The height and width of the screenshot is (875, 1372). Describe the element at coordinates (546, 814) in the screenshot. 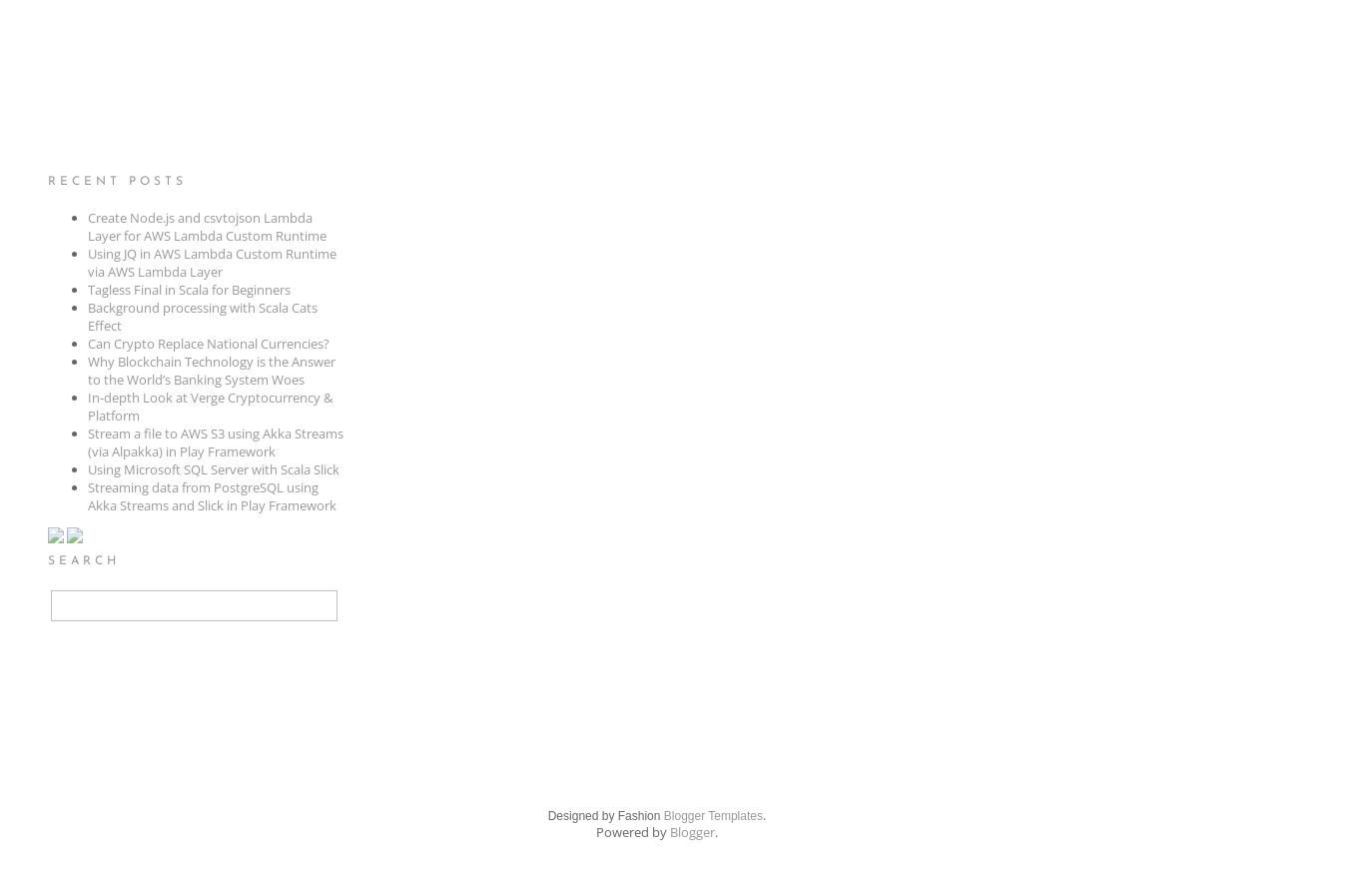

I see `'Designed by Fashion'` at that location.